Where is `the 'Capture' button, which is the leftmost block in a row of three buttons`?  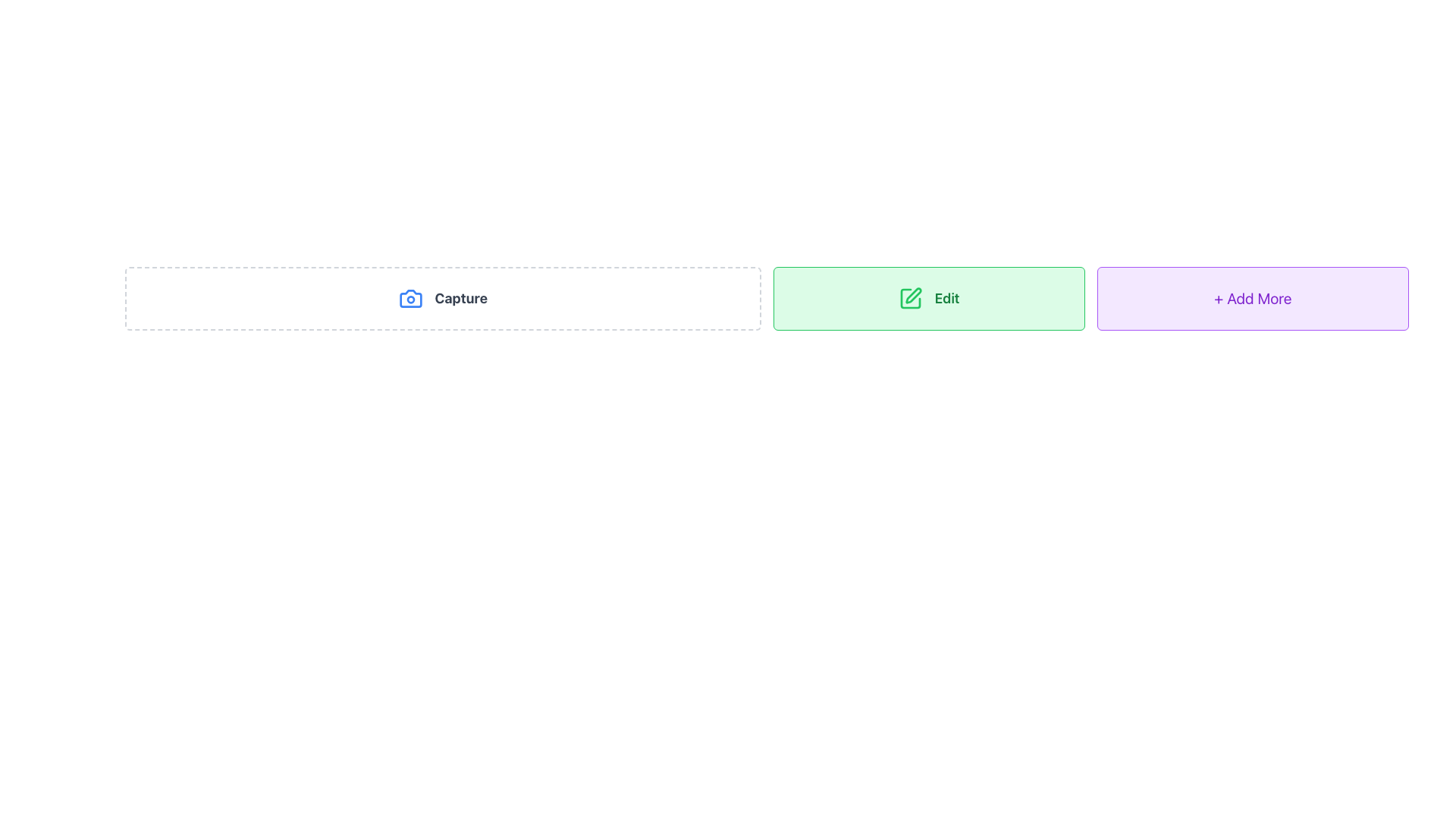
the 'Capture' button, which is the leftmost block in a row of three buttons is located at coordinates (442, 298).